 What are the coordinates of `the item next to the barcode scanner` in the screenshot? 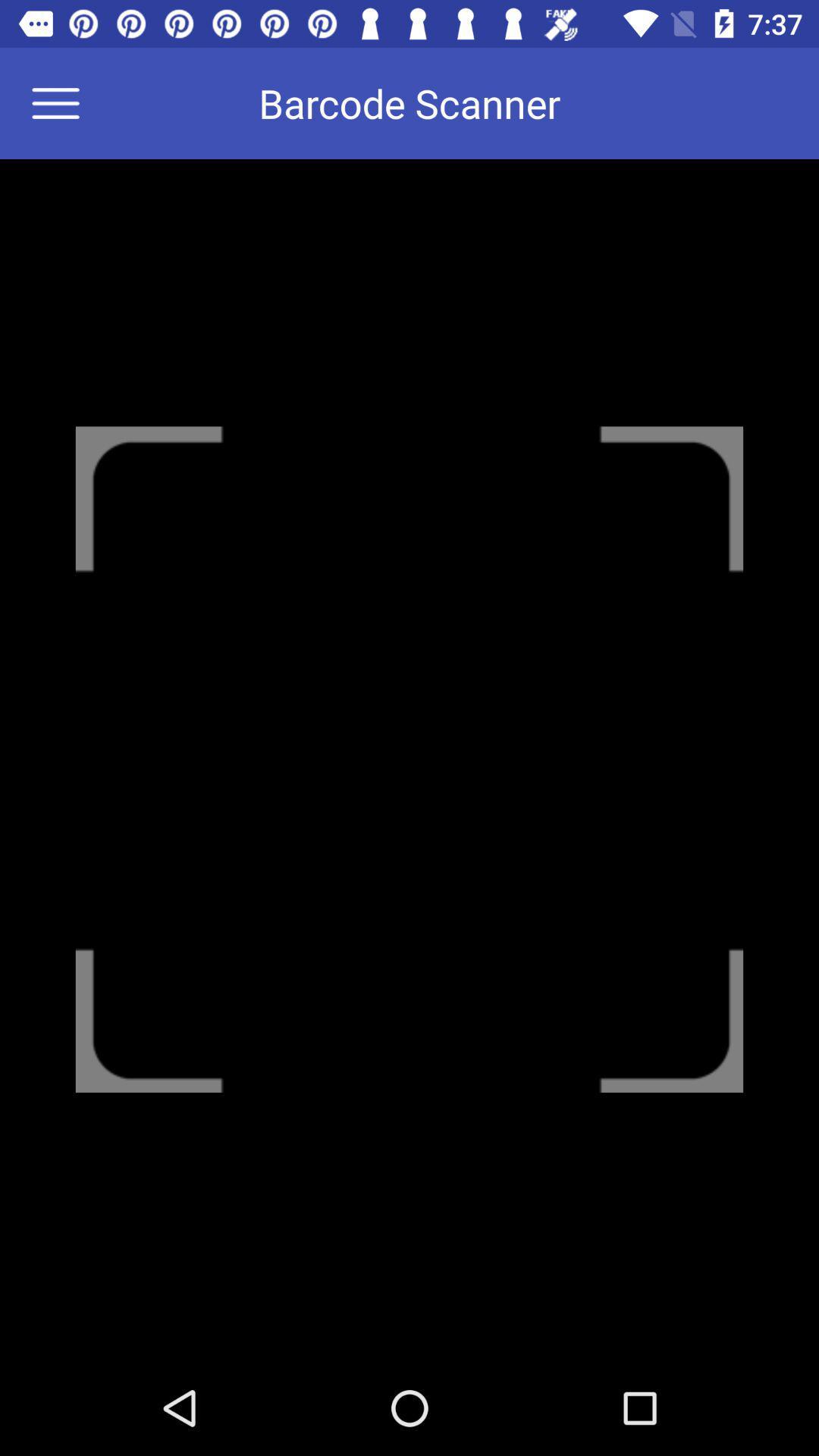 It's located at (64, 102).